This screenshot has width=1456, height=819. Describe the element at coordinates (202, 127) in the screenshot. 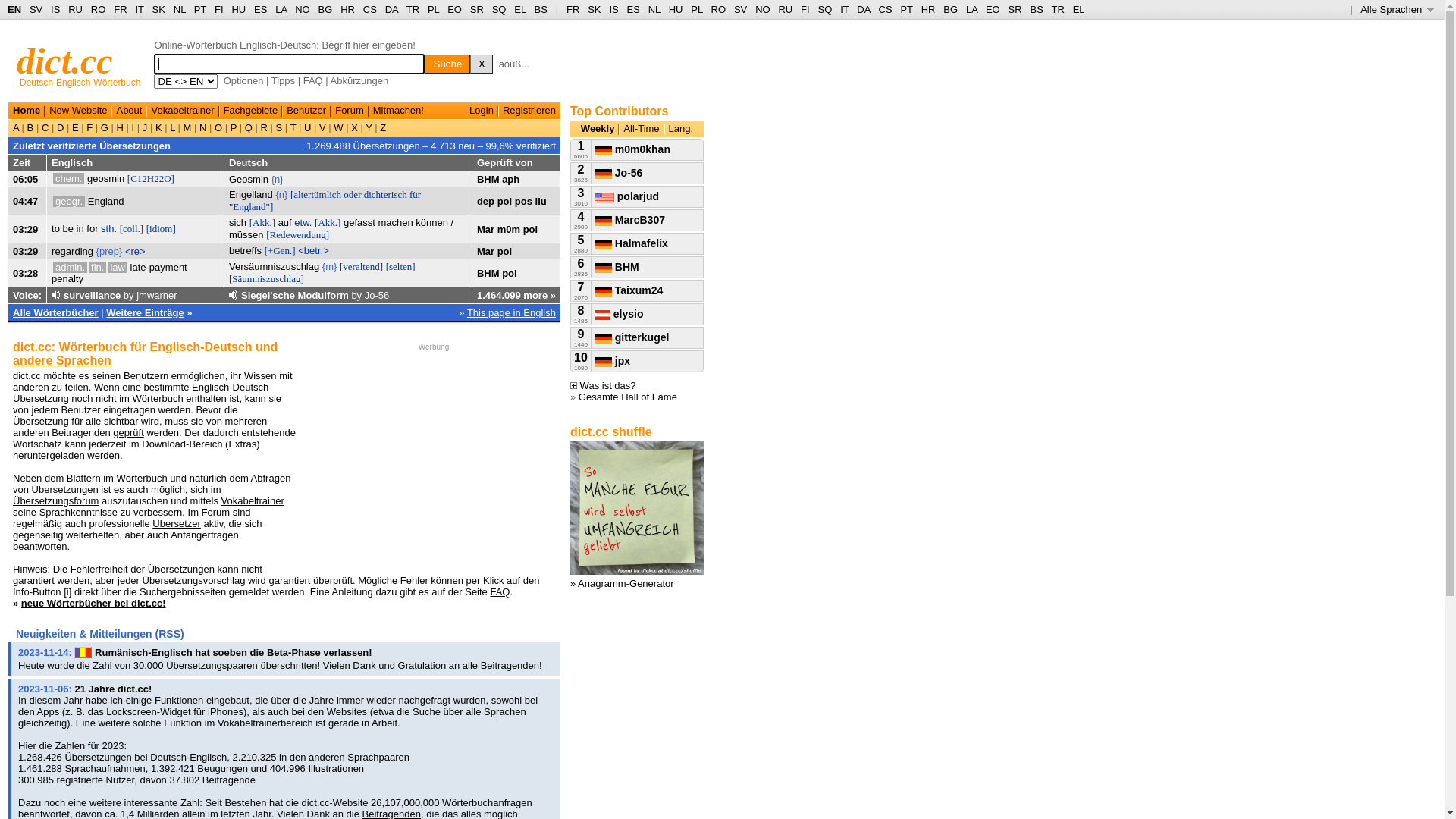

I see `'N'` at that location.